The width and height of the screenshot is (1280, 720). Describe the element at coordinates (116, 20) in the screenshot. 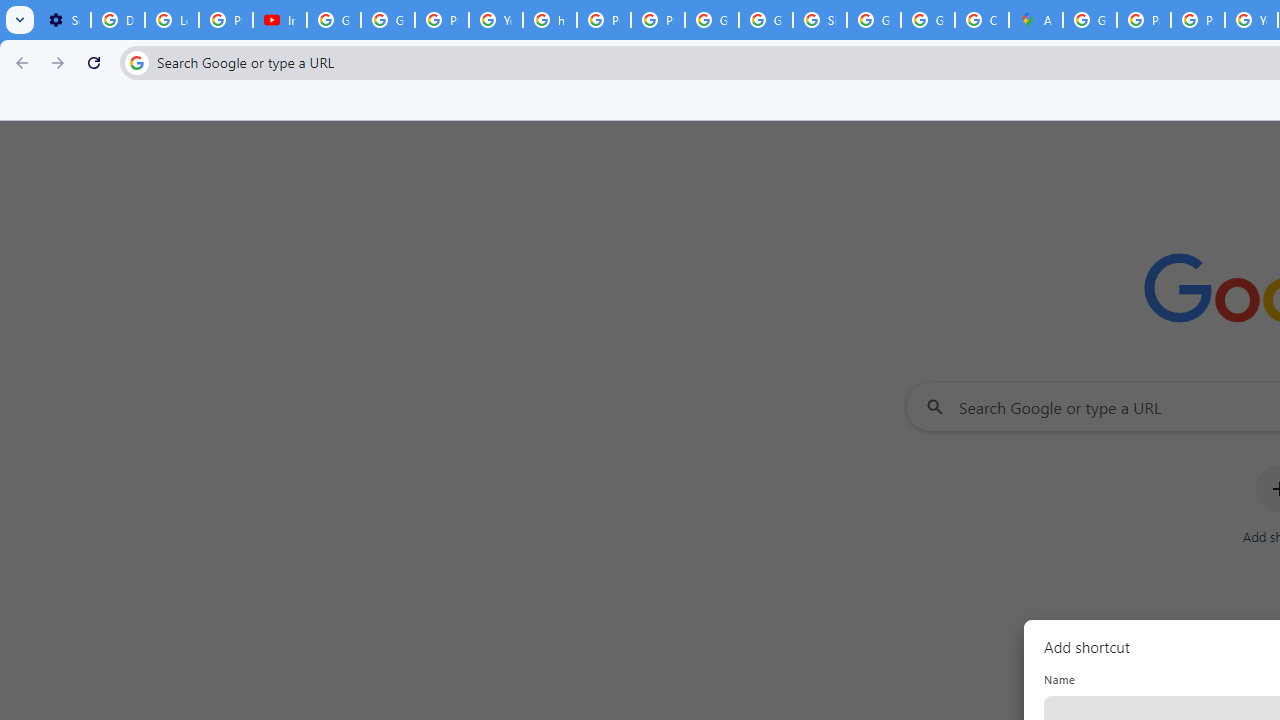

I see `'Delete photos & videos - Computer - Google Photos Help'` at that location.